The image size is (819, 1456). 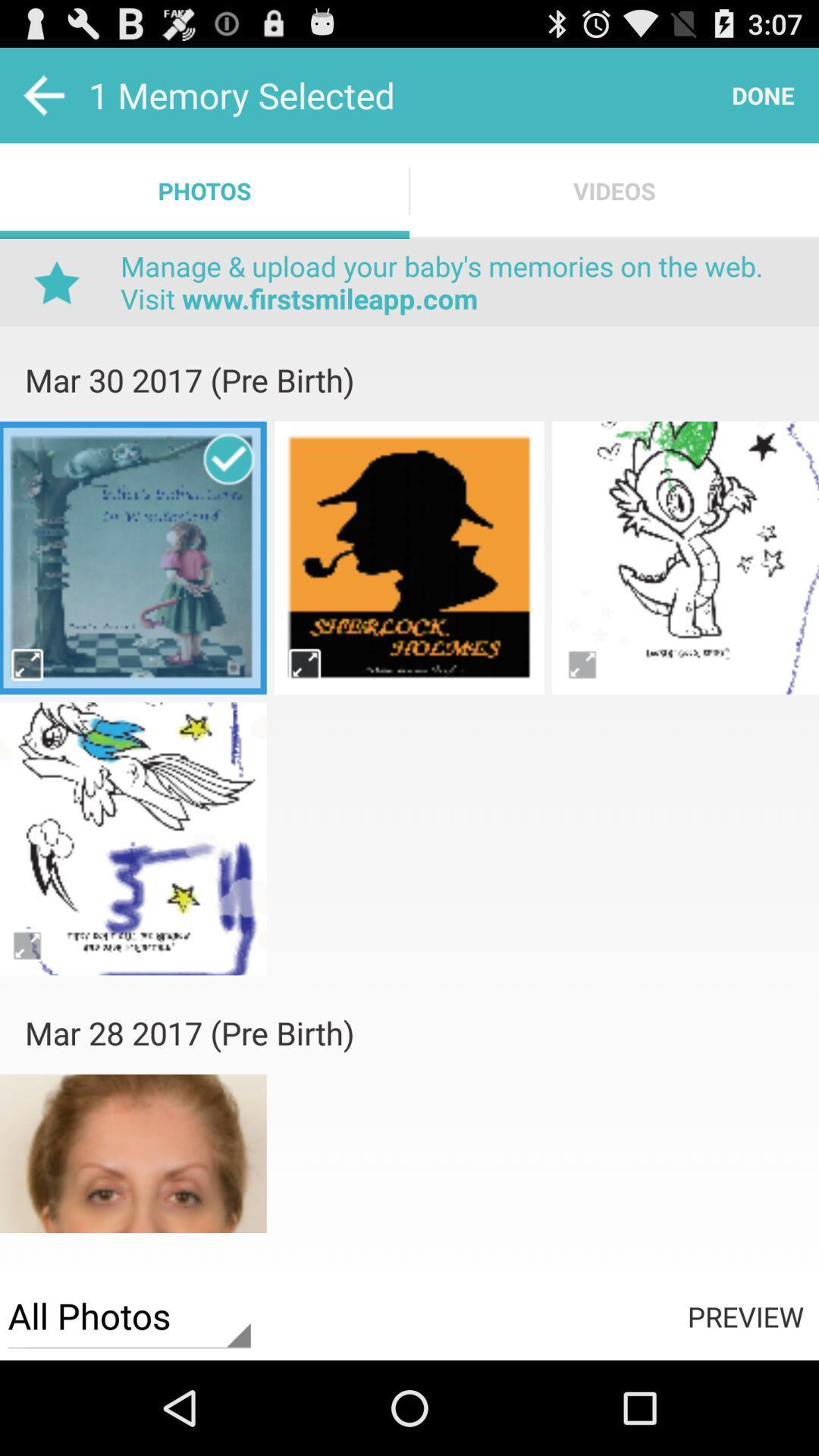 What do you see at coordinates (304, 664) in the screenshot?
I see `expand memory` at bounding box center [304, 664].